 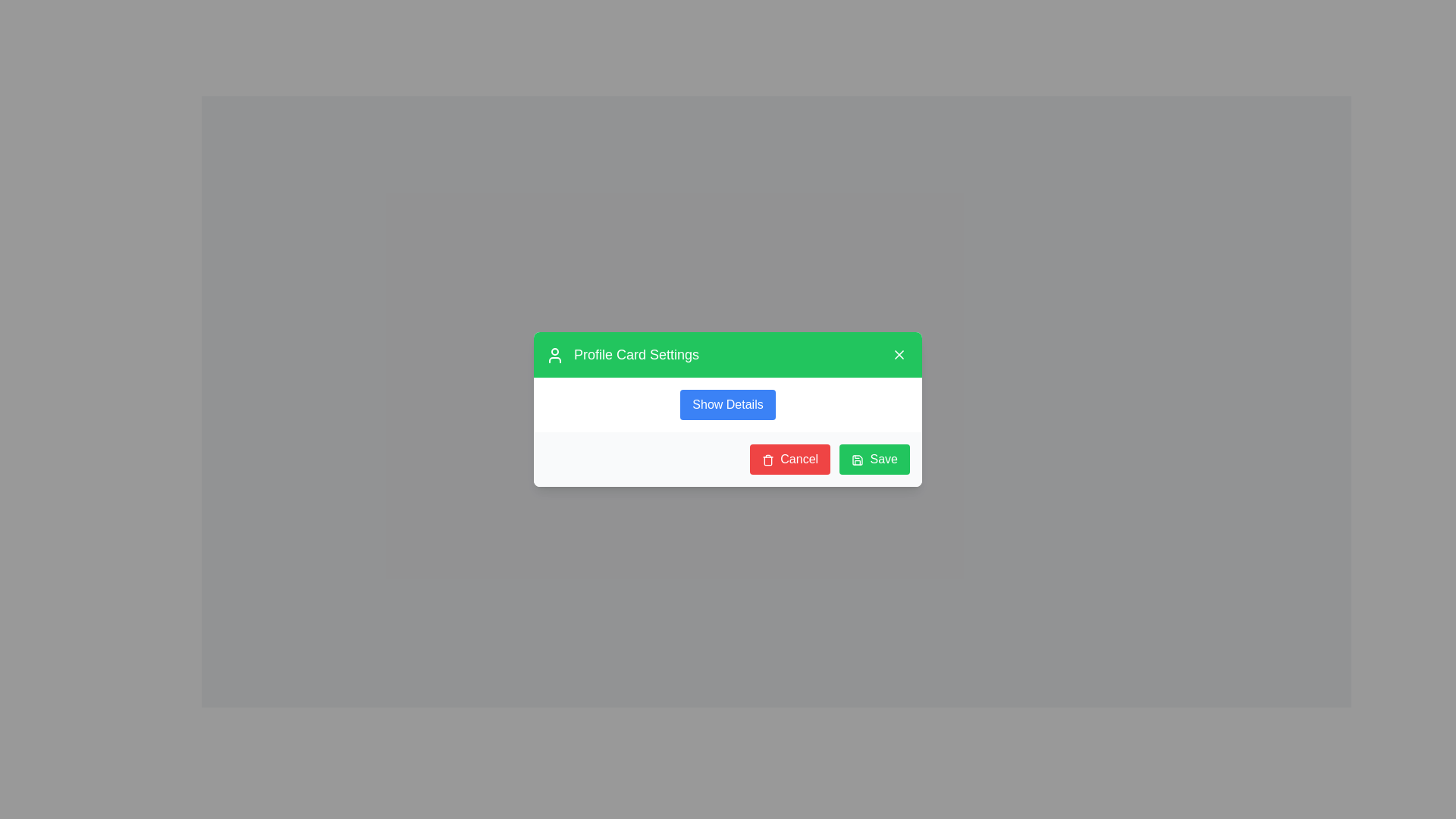 What do you see at coordinates (728, 409) in the screenshot?
I see `the button in the modal dialog to receive visual feedback` at bounding box center [728, 409].